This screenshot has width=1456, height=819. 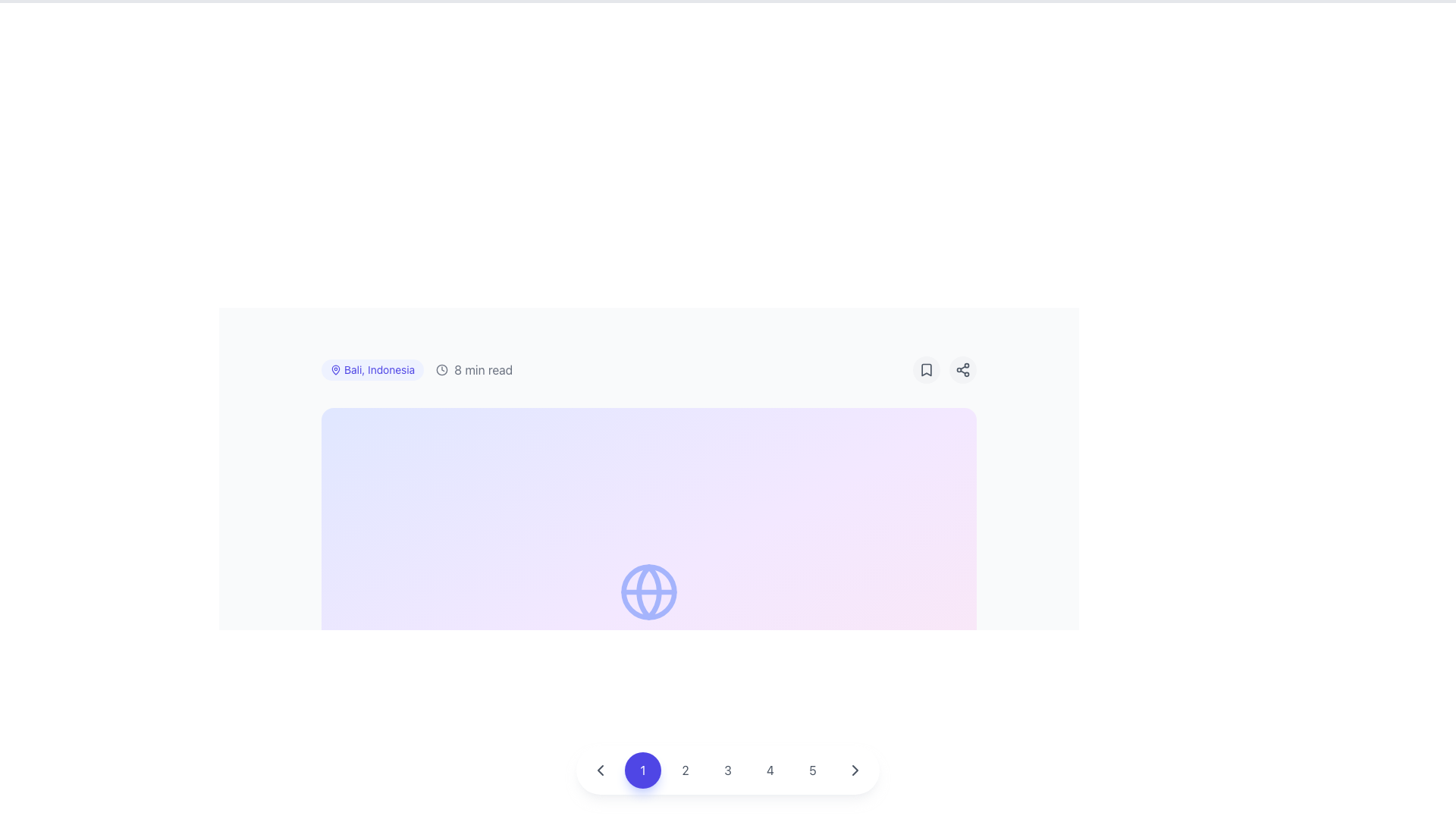 I want to click on the circular button with a light gray background and a connected nodes icon, so click(x=962, y=370).